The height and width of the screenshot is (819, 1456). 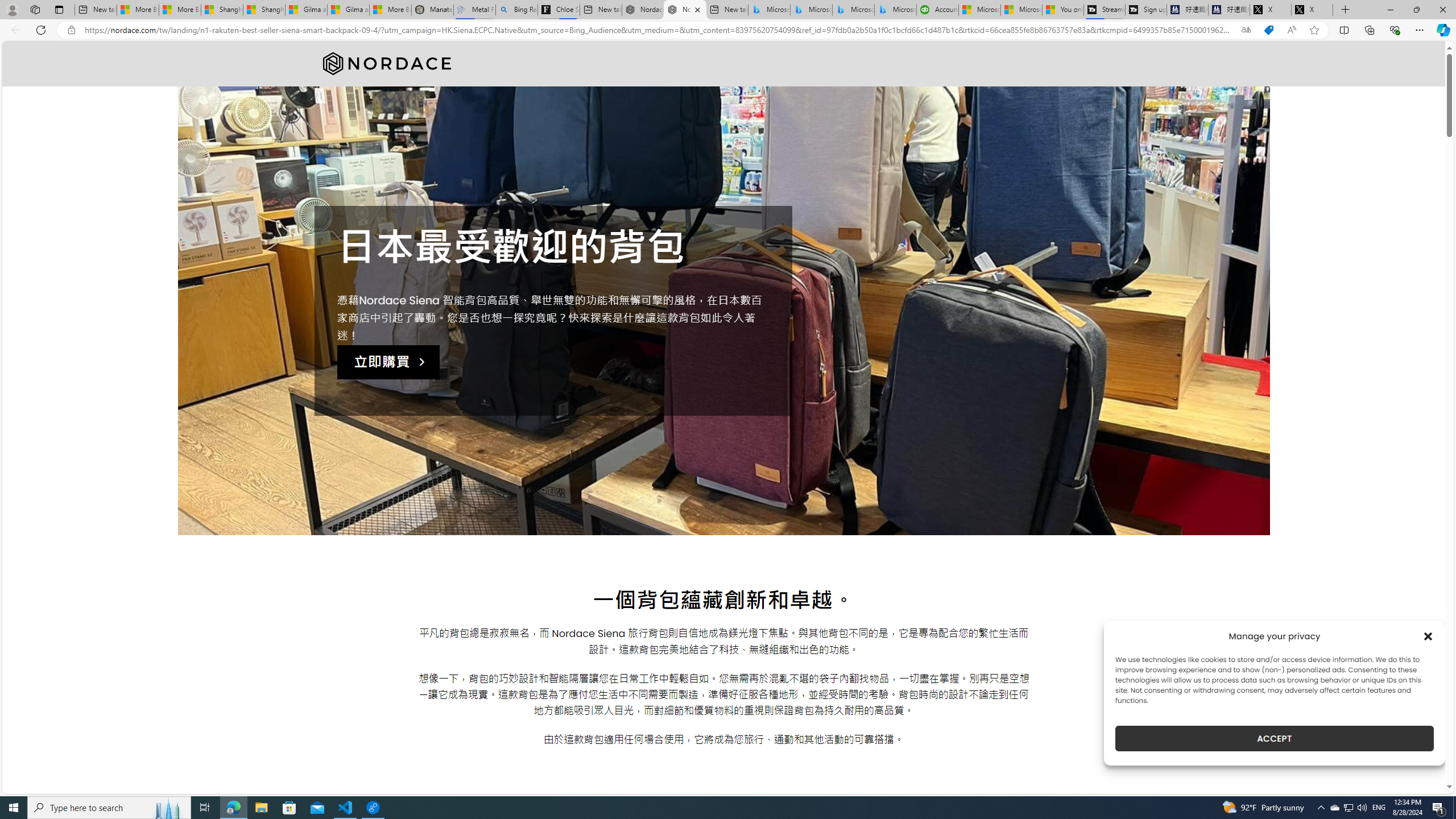 I want to click on 'Streaming Coverage | T3', so click(x=1103, y=9).